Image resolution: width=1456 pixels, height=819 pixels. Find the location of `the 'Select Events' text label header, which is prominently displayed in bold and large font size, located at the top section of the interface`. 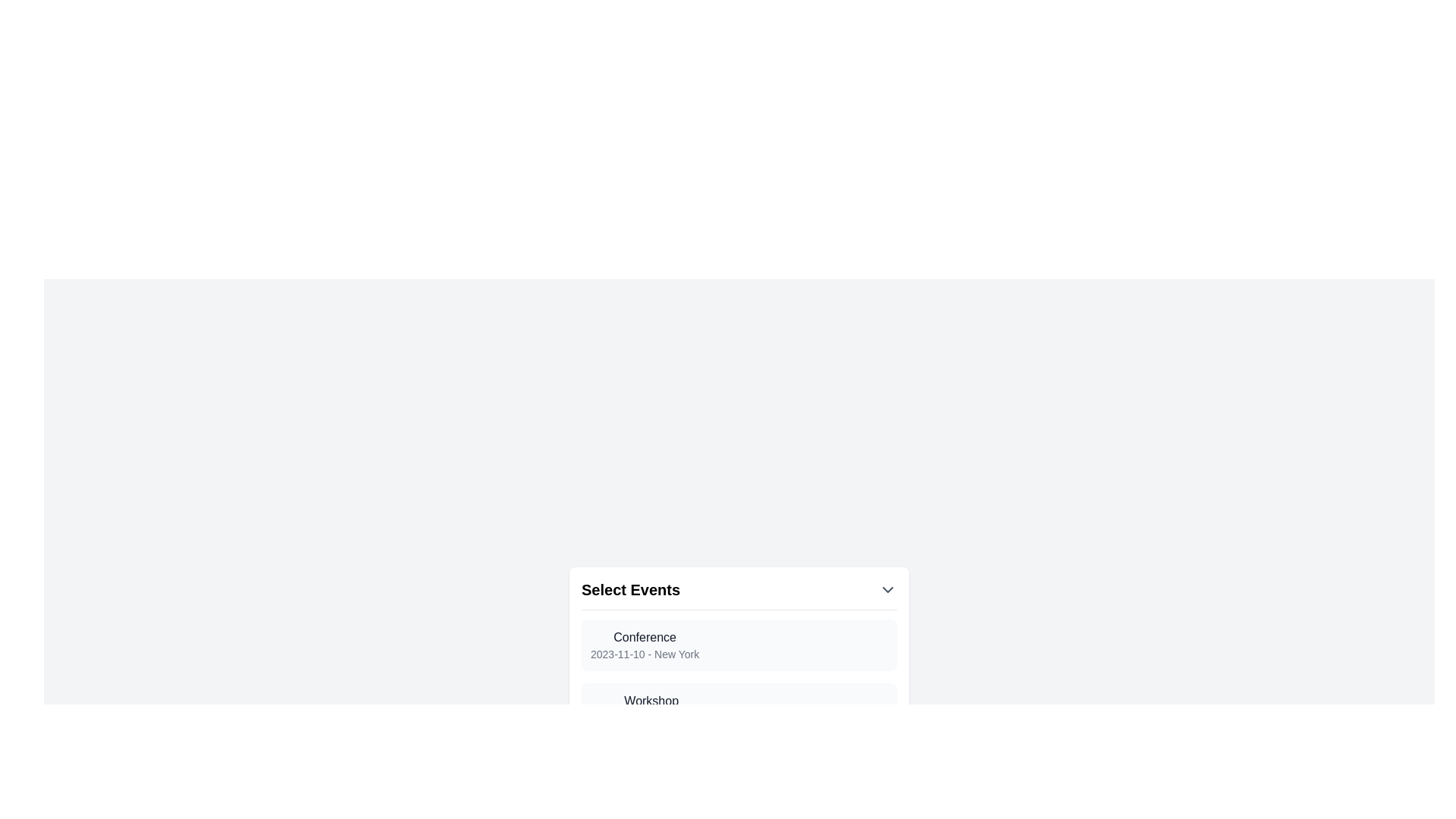

the 'Select Events' text label header, which is prominently displayed in bold and large font size, located at the top section of the interface is located at coordinates (631, 588).